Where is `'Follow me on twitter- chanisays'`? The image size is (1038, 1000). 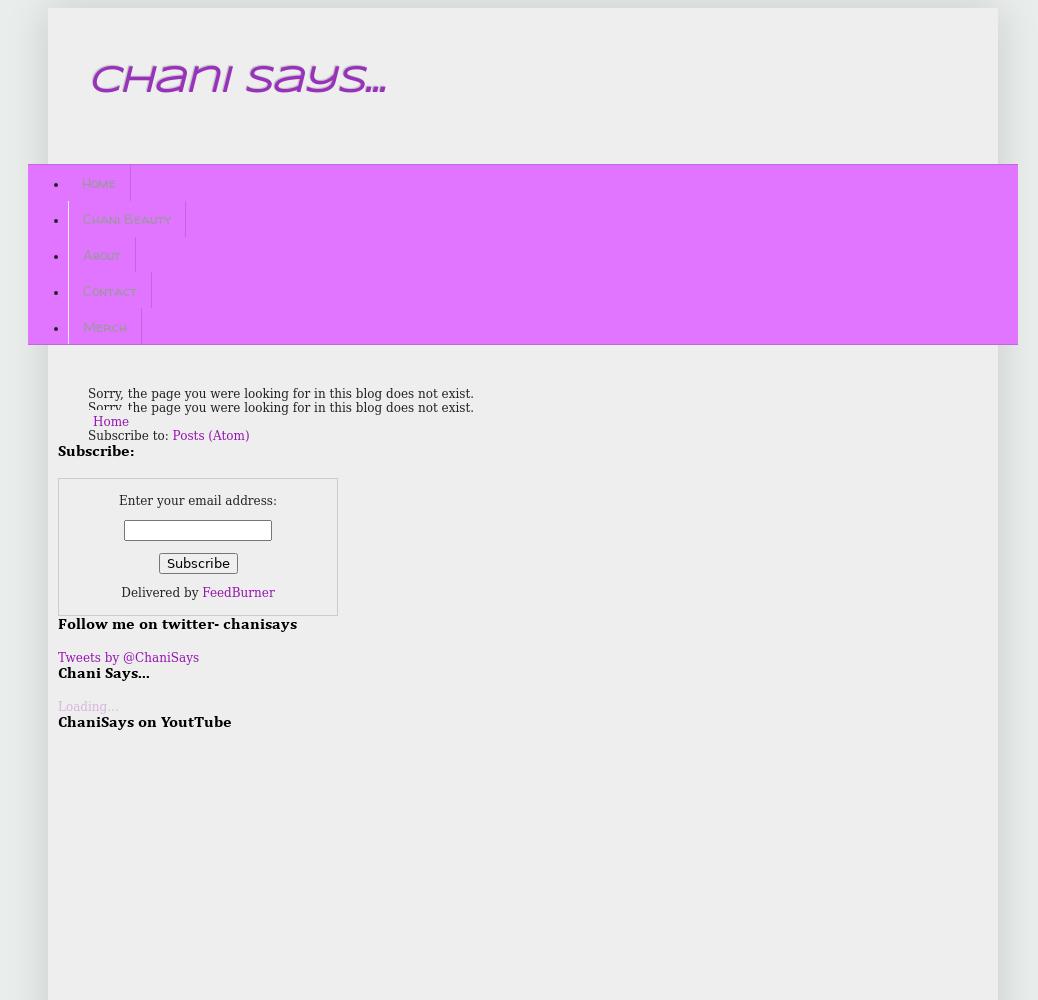 'Follow me on twitter- chanisays' is located at coordinates (176, 623).